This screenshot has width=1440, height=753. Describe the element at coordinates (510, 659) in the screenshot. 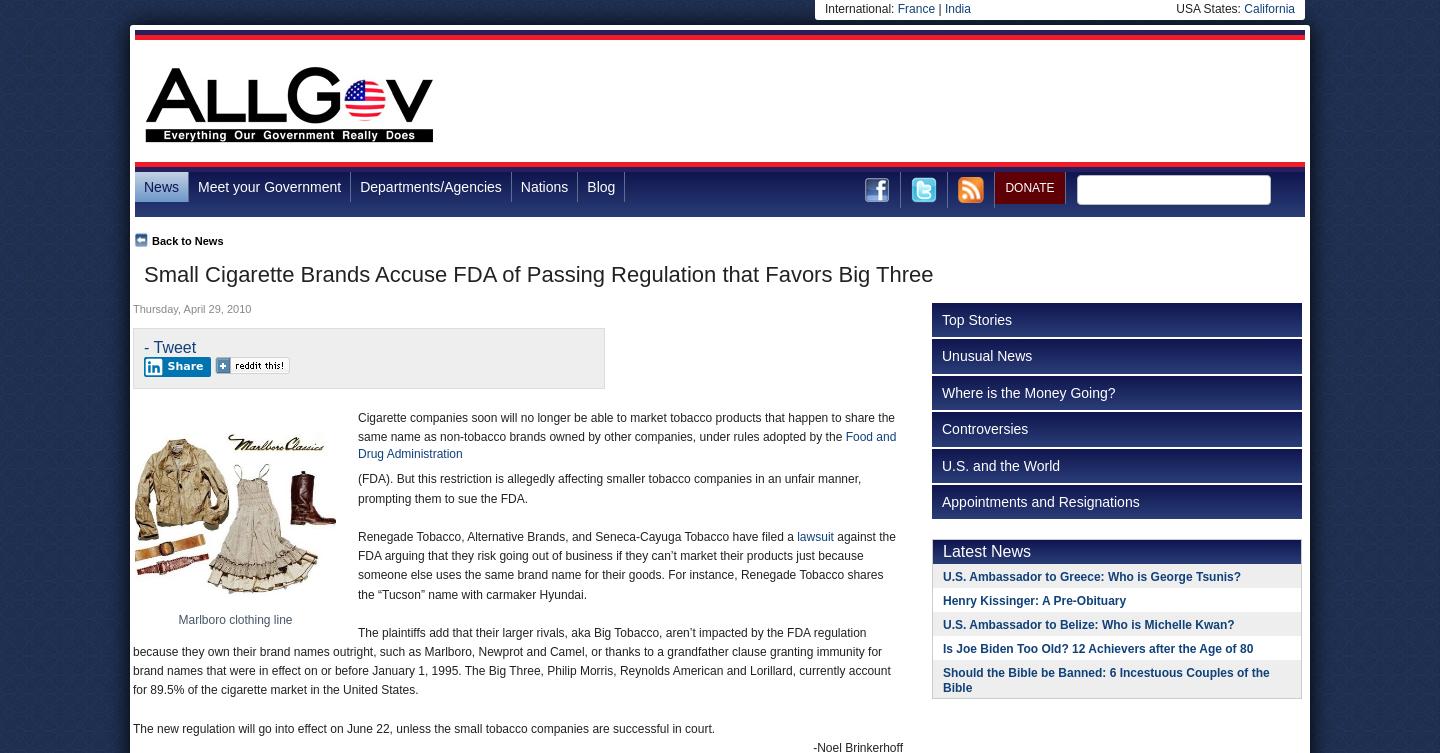

I see `'The plaintiffs add that their larger rivals, aka Big Tobacco, aren’t impacted by the FDA regulation because they own their brand names outright, such as Marlboro, Newprot and Camel, or thanks to a grandfather clause granting immunity for brand names that were in effect on or before January 1, 1995. The Big Three, Philip Morris, Reynolds American and Lorillard, currently account for 89.5% of the cigarette market in the United States.'` at that location.